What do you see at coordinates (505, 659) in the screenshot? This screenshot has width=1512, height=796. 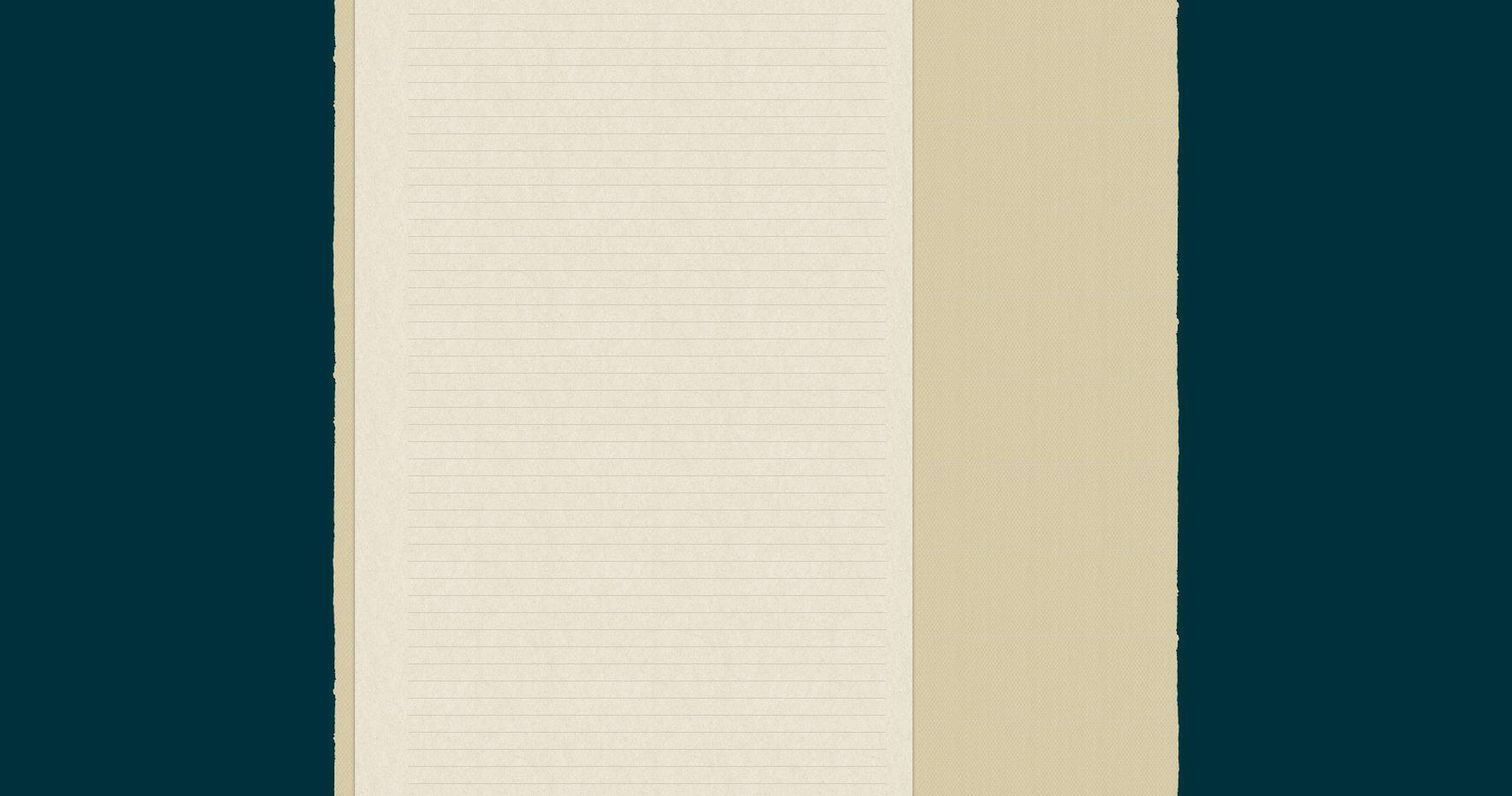 I see `'still performs with Susan and Paul as'` at bounding box center [505, 659].